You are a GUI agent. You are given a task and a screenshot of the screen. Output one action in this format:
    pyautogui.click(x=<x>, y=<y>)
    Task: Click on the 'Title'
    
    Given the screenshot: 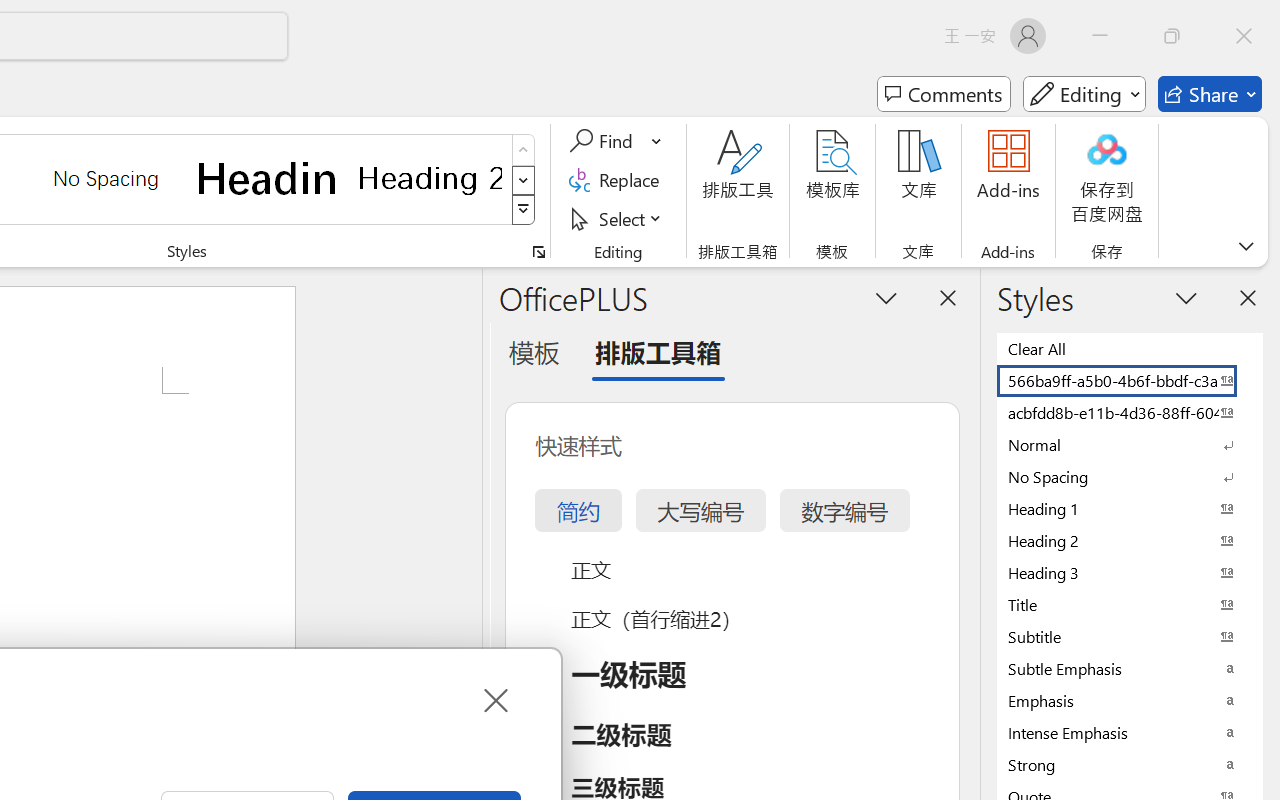 What is the action you would take?
    pyautogui.click(x=1130, y=604)
    